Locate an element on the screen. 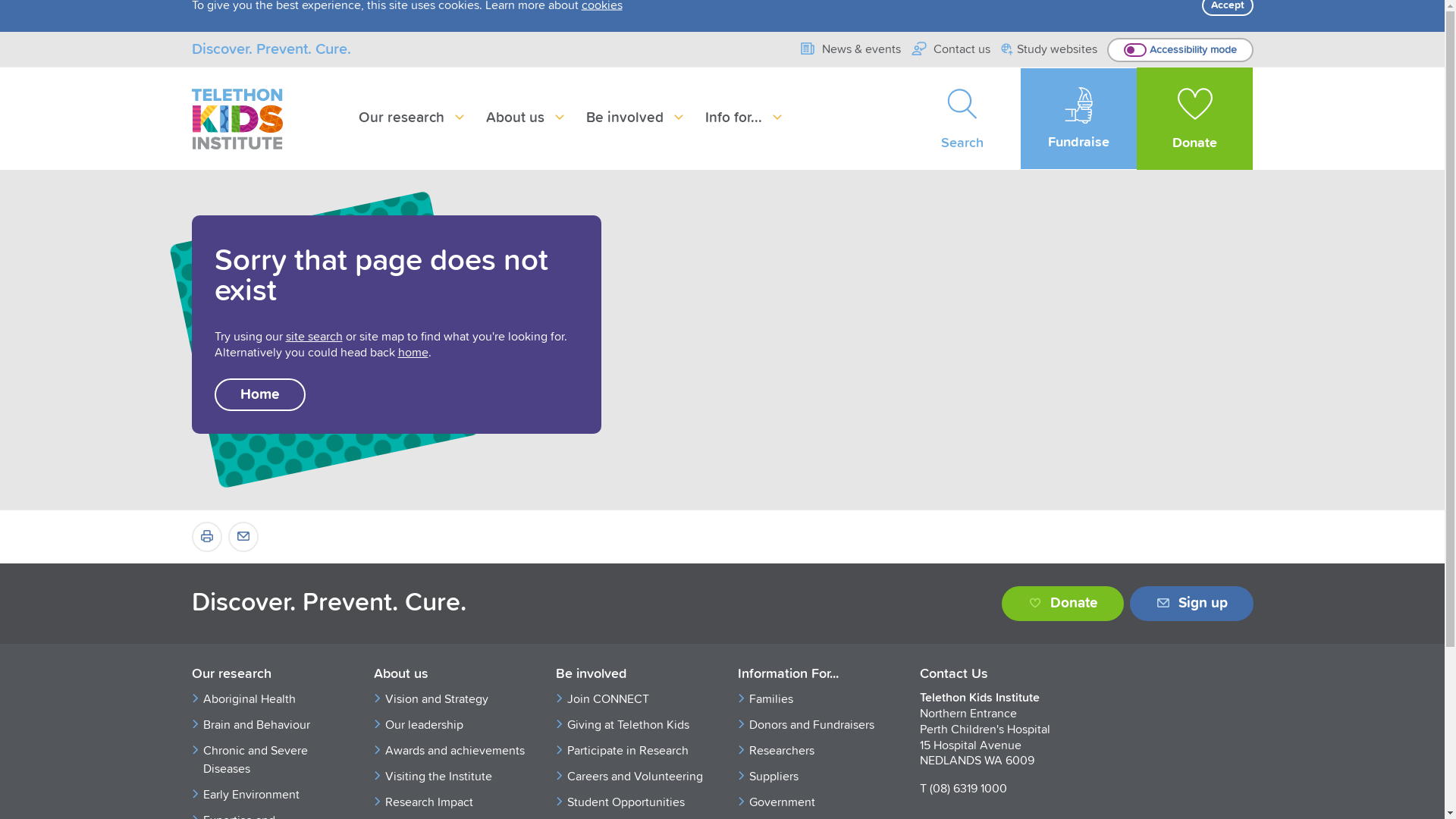 Image resolution: width=1456 pixels, height=819 pixels. 'Home' is located at coordinates (259, 394).